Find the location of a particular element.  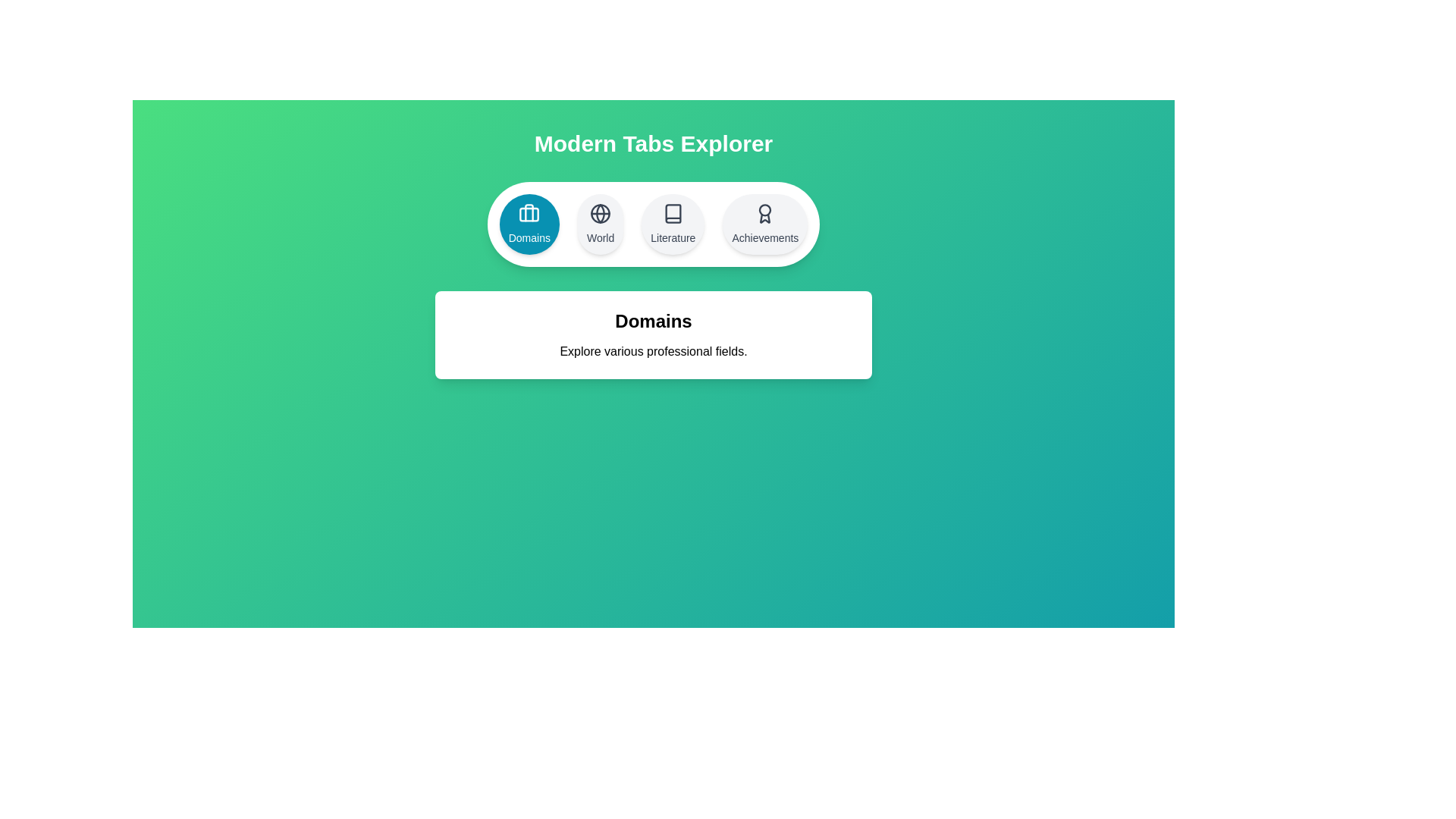

the tab labeled Achievements is located at coordinates (764, 224).